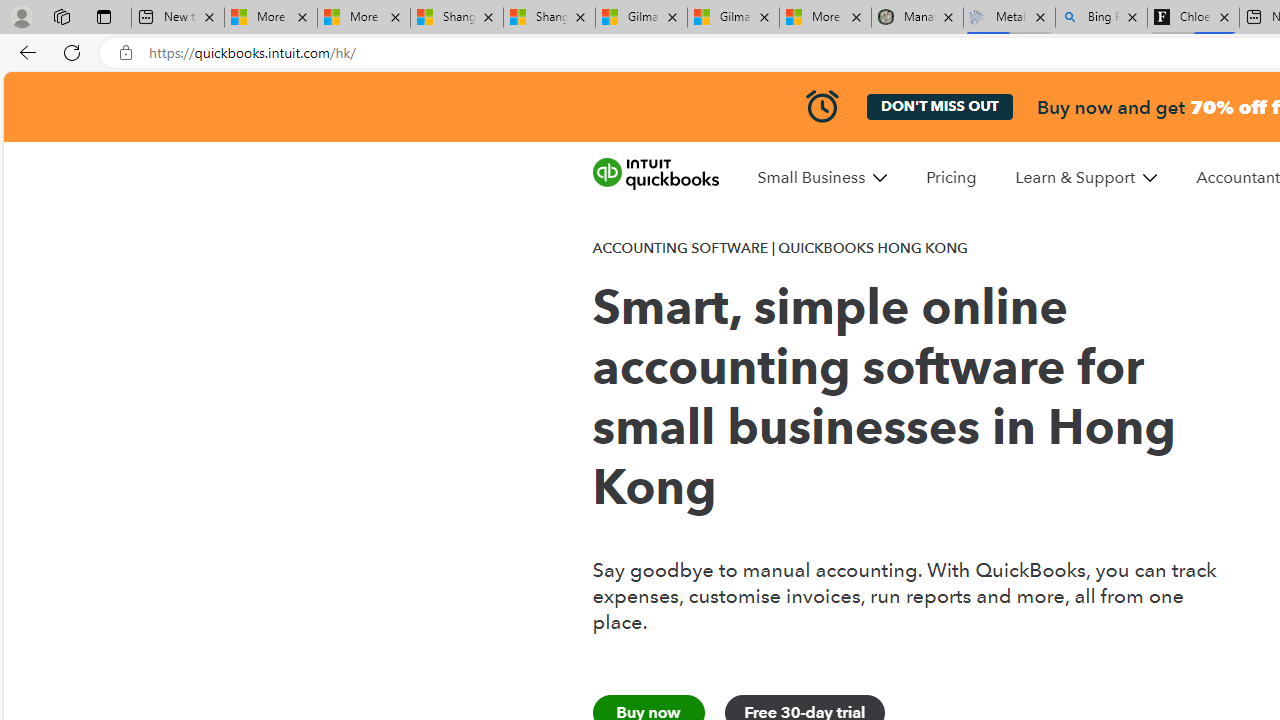 The image size is (1280, 720). I want to click on 'Personal Profile', so click(21, 16).